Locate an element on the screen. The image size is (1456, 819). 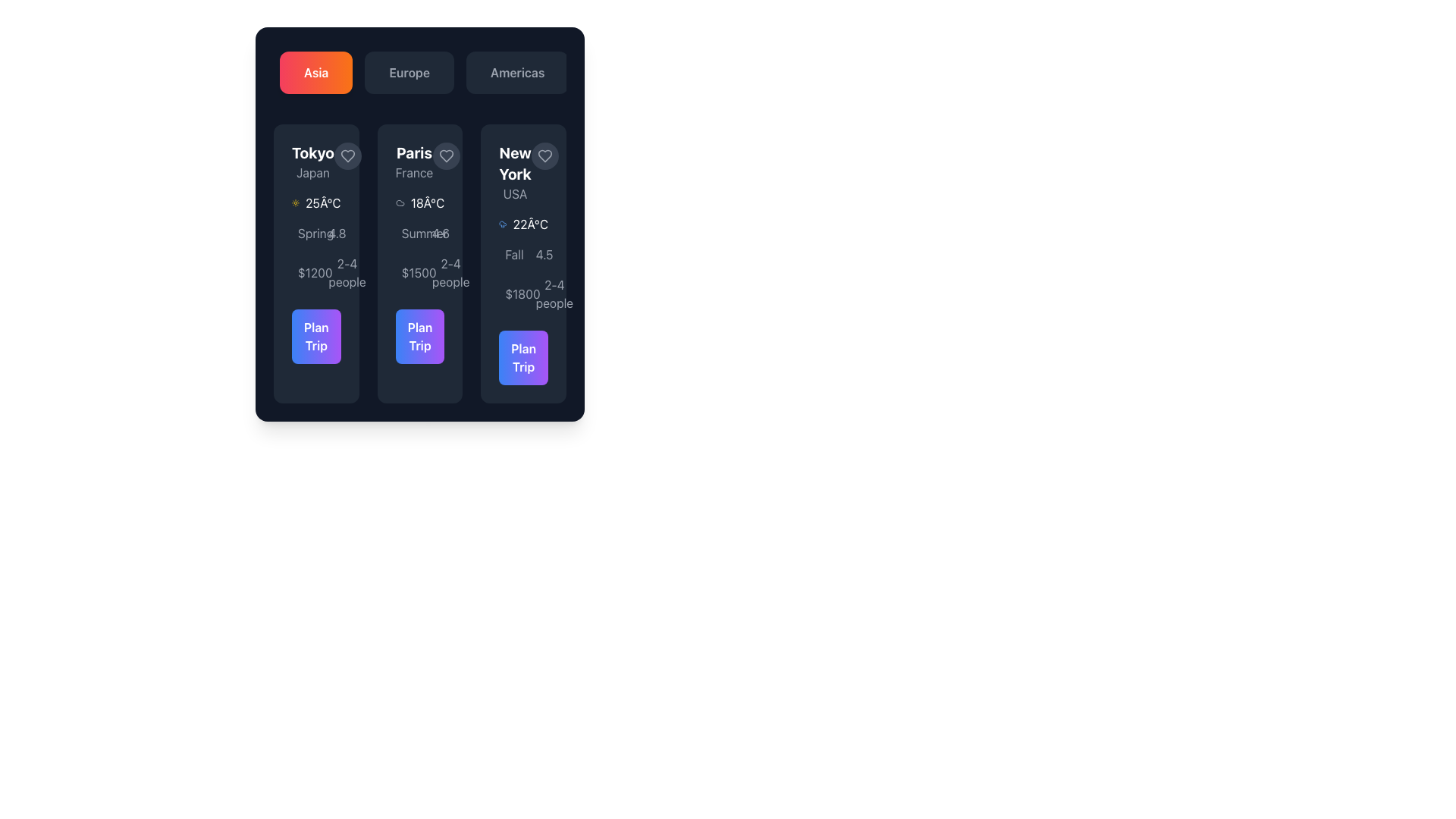
the static text label displaying the cost associated with the travel package in the 'New York, USA' card, located below the 'Fall' and ratings information is located at coordinates (522, 294).